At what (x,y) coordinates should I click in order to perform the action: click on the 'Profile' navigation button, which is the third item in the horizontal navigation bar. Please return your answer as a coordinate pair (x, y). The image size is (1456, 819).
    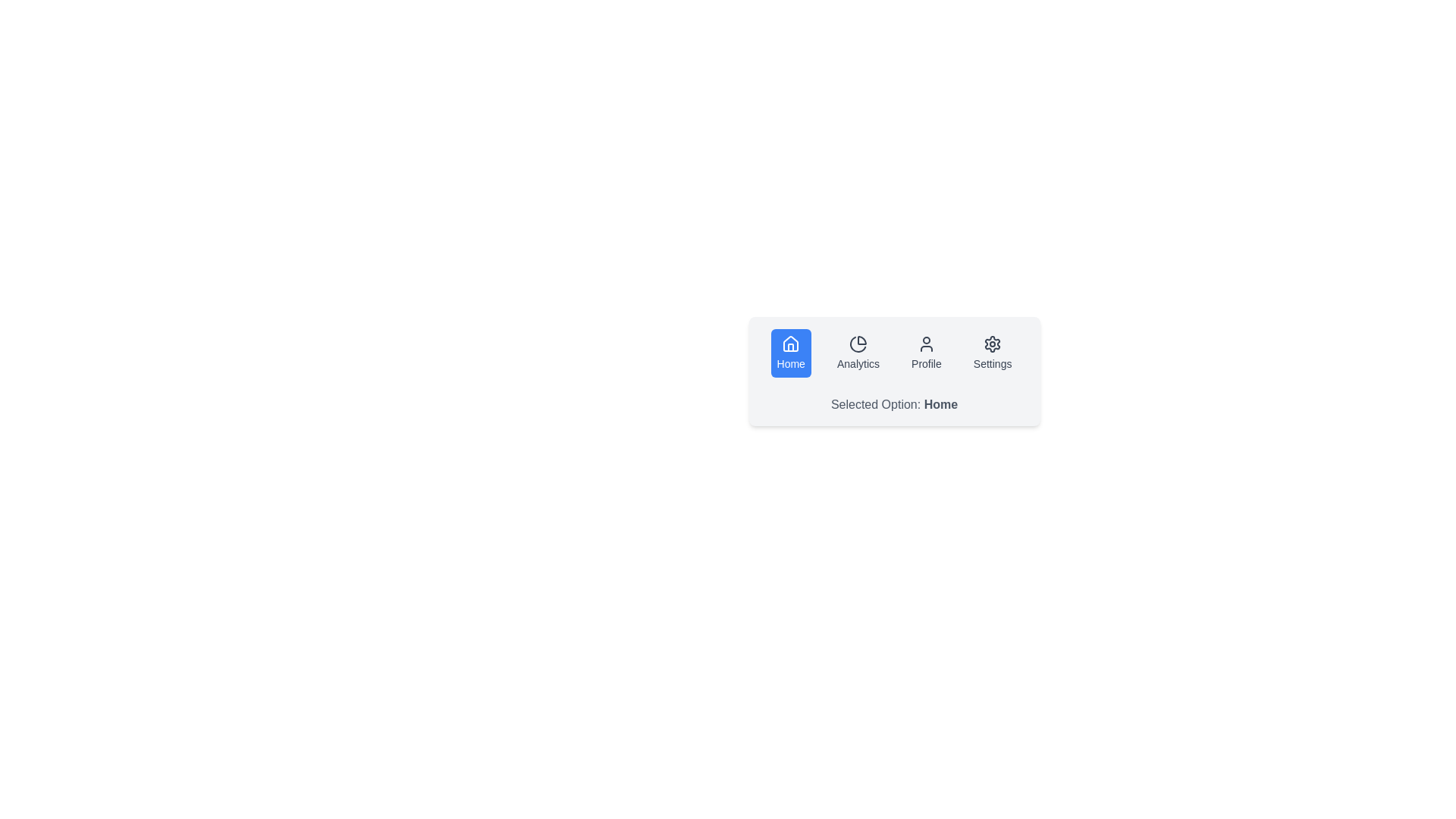
    Looking at the image, I should click on (925, 353).